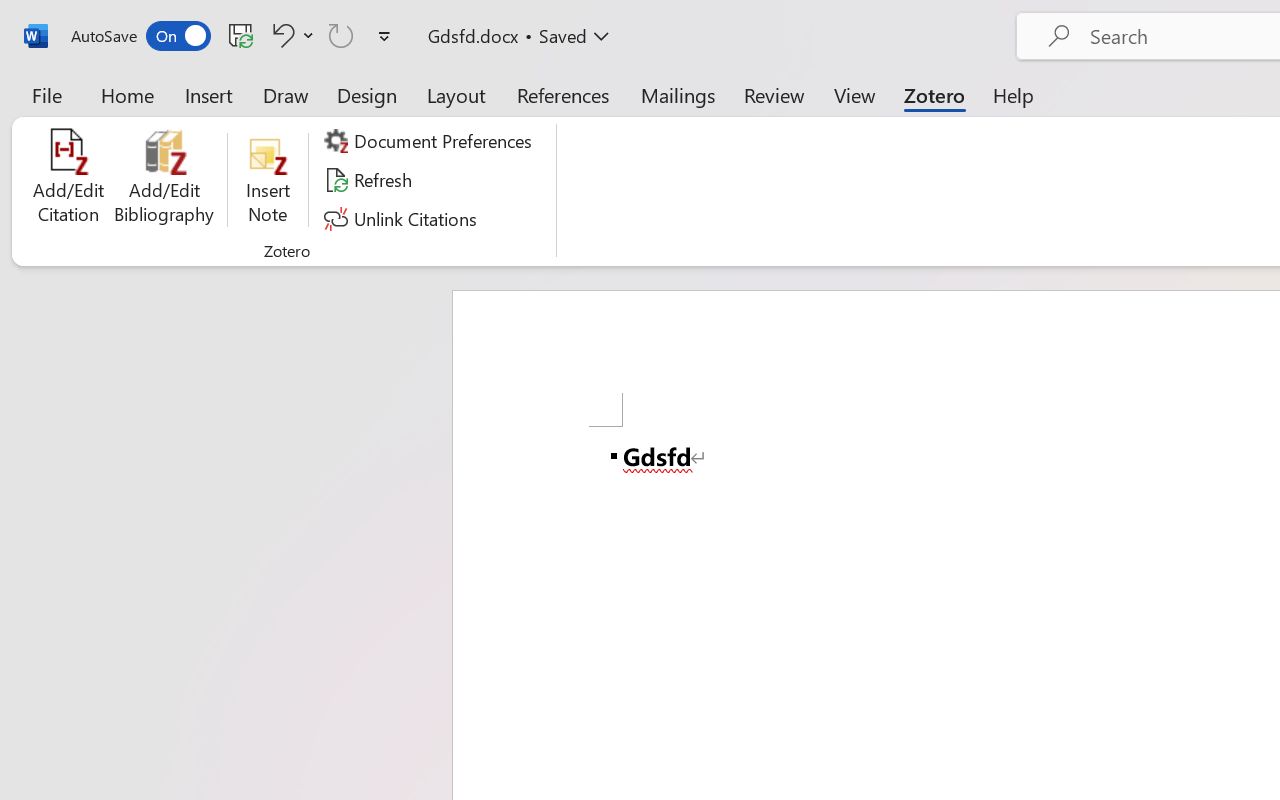 The height and width of the screenshot is (800, 1280). What do you see at coordinates (430, 141) in the screenshot?
I see `'Document Preferences'` at bounding box center [430, 141].